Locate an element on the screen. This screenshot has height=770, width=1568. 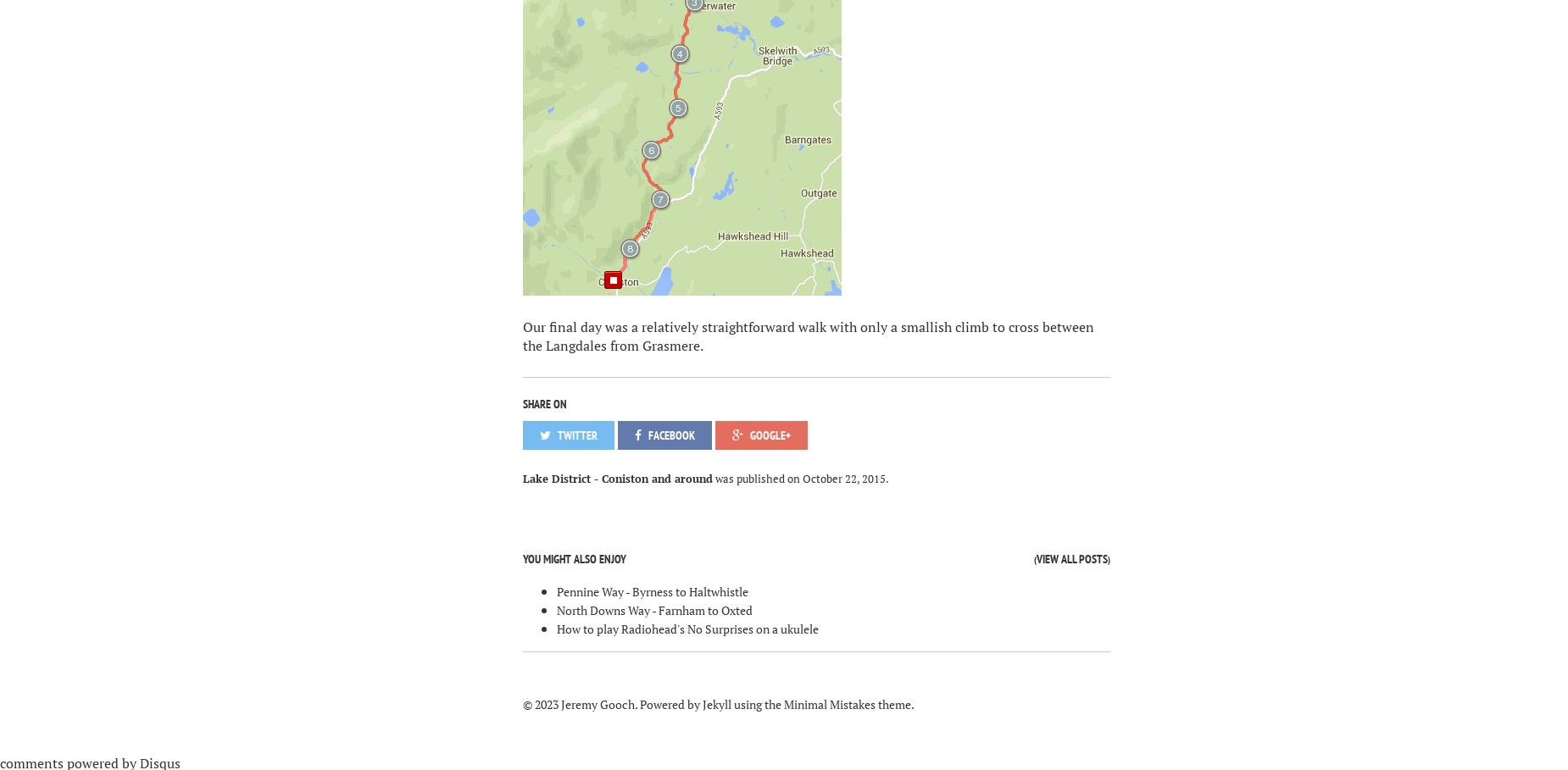
'.' is located at coordinates (885, 477).